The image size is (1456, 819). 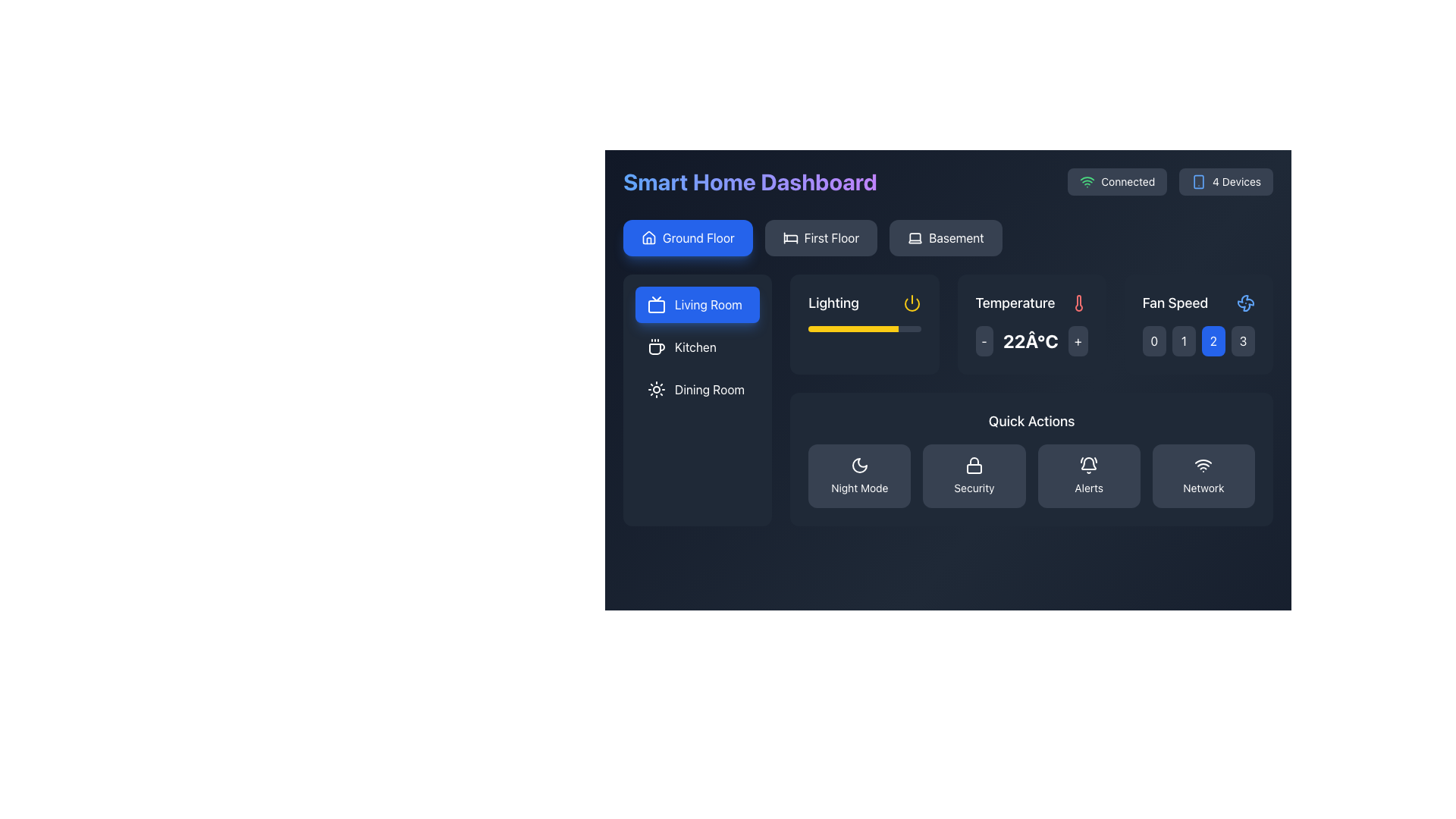 What do you see at coordinates (1198, 180) in the screenshot?
I see `the dark rectangular icon with slightly rounded corners labeled '4 Devices', located near the top-right corner of the dashboard interface` at bounding box center [1198, 180].